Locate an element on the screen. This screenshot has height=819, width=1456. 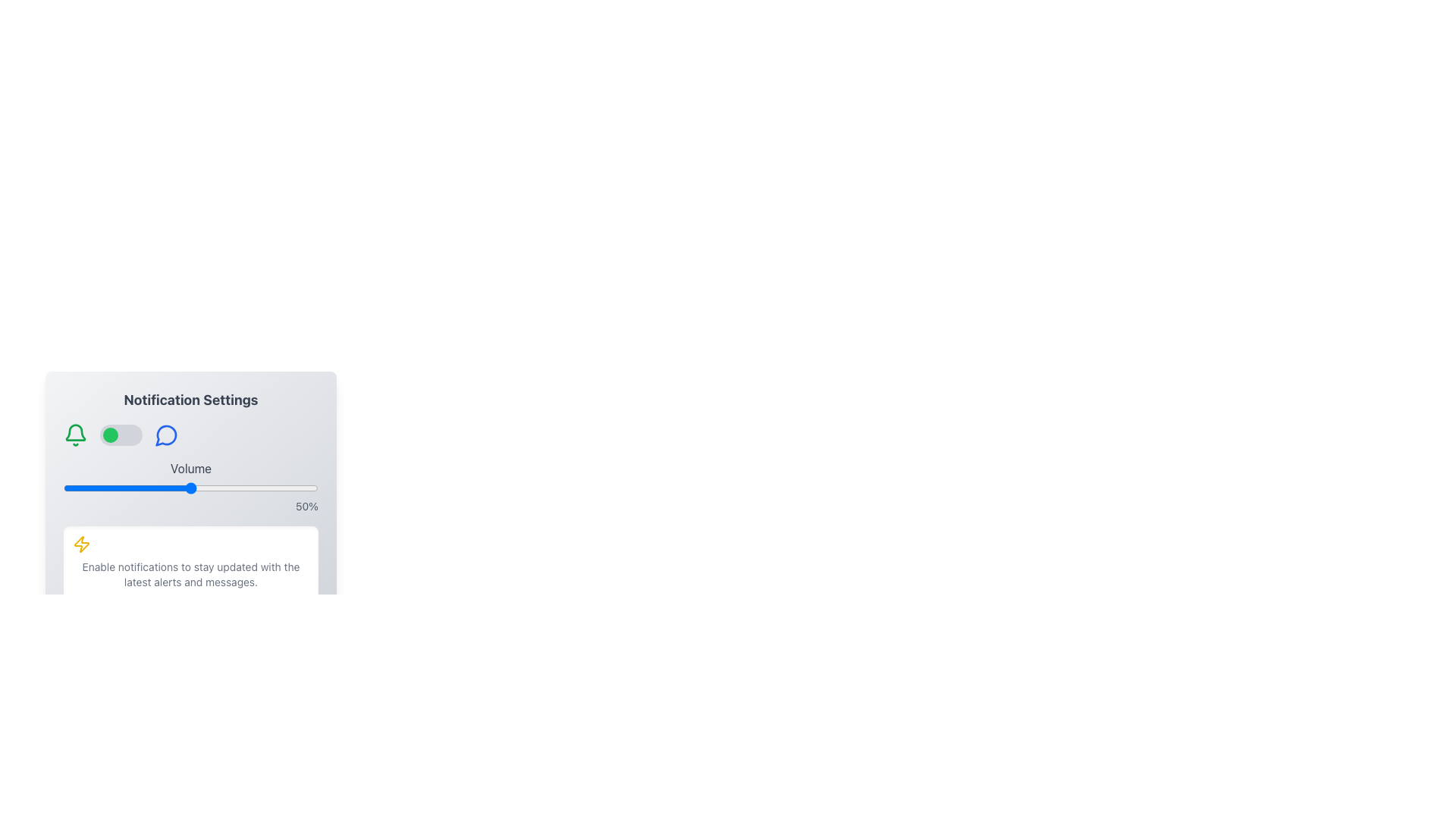
the volume is located at coordinates (101, 488).